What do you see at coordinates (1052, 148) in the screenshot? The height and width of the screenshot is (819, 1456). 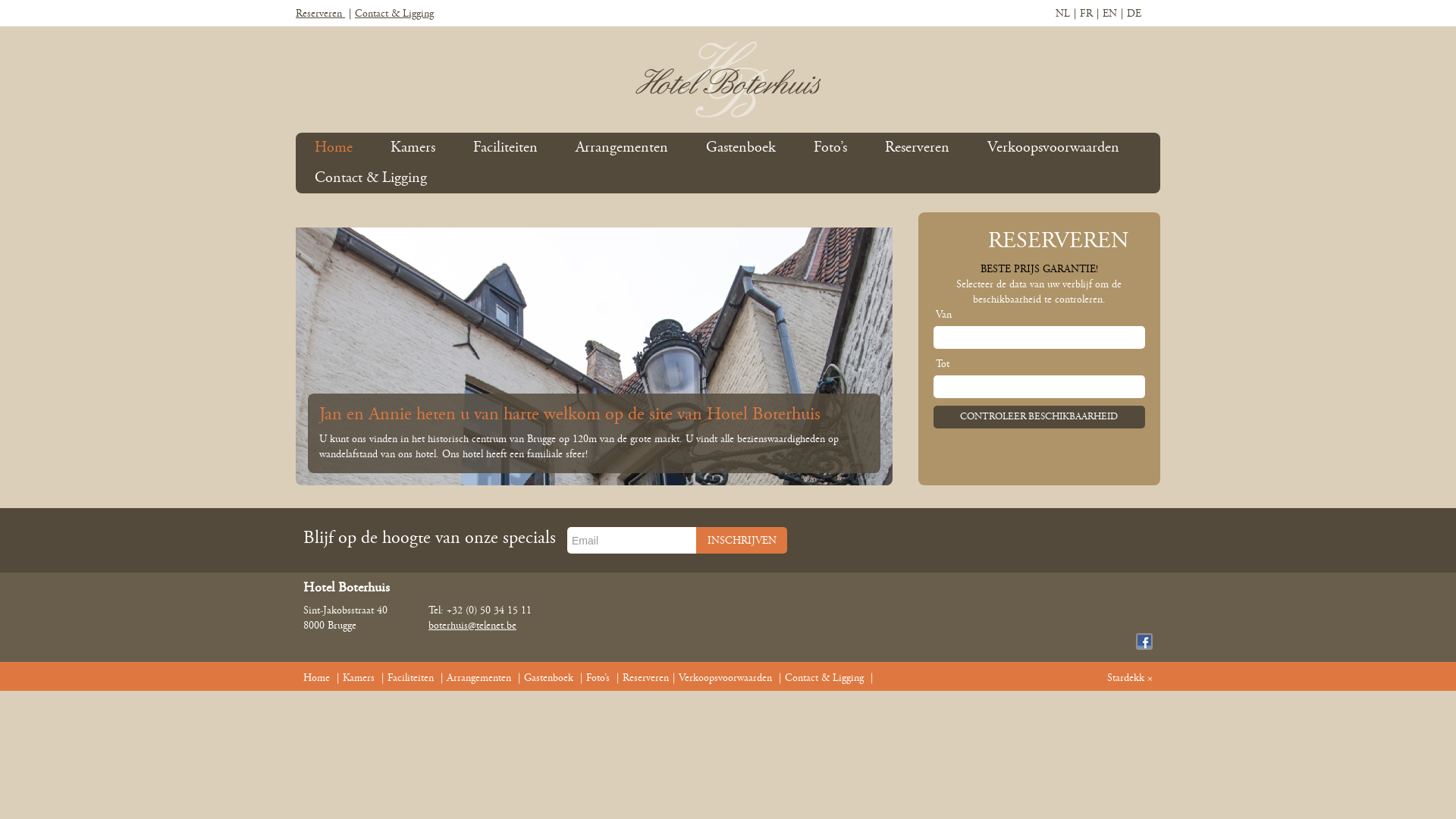 I see `'Verkoopsvoorwaarden'` at bounding box center [1052, 148].